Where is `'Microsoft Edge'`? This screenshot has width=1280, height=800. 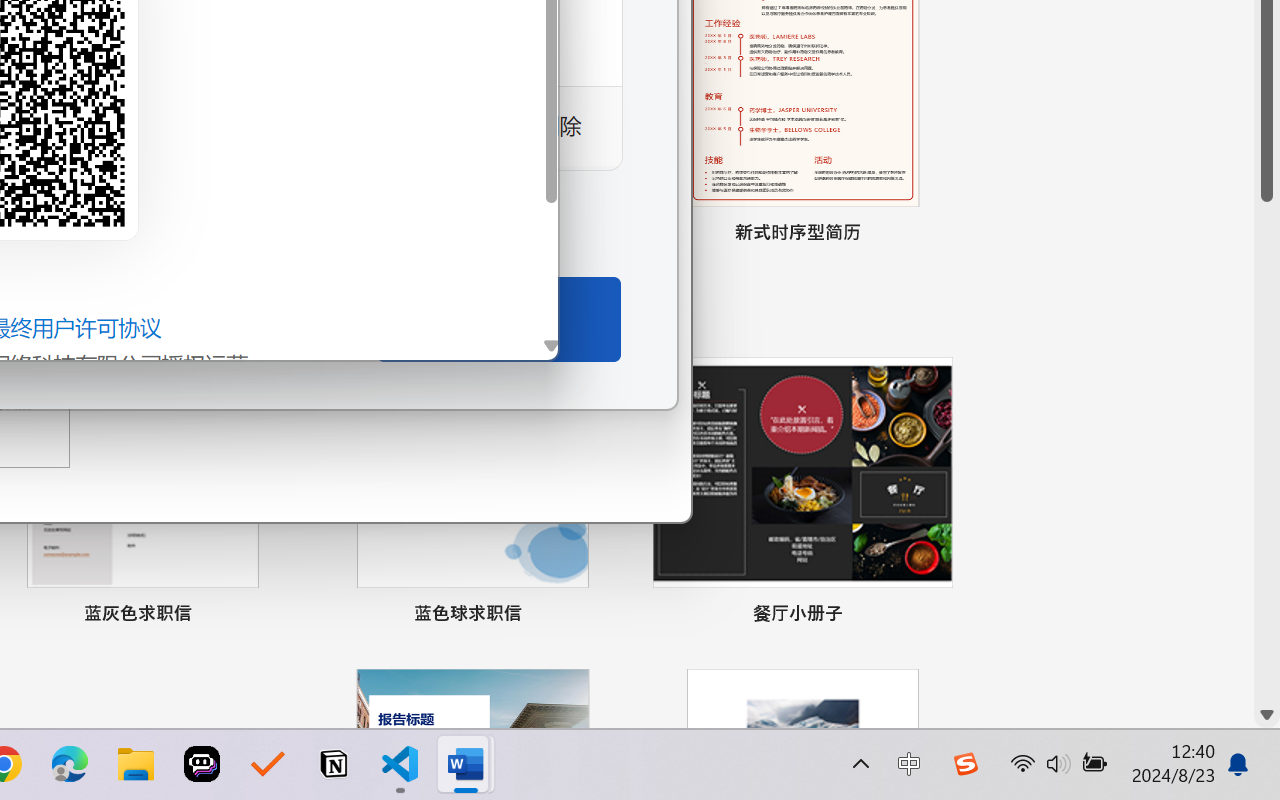 'Microsoft Edge' is located at coordinates (69, 764).